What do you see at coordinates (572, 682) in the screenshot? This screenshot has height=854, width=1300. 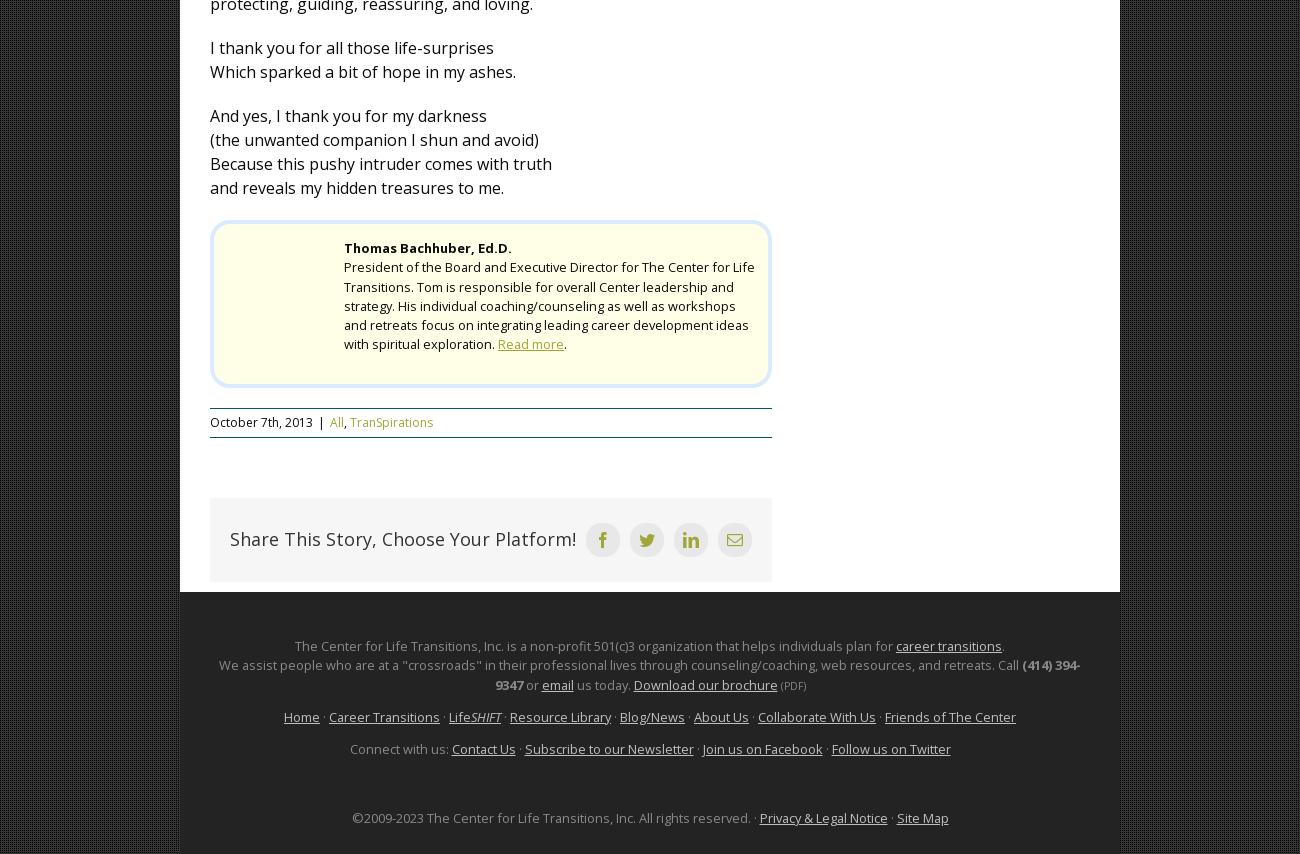 I see `'us today.'` at bounding box center [572, 682].